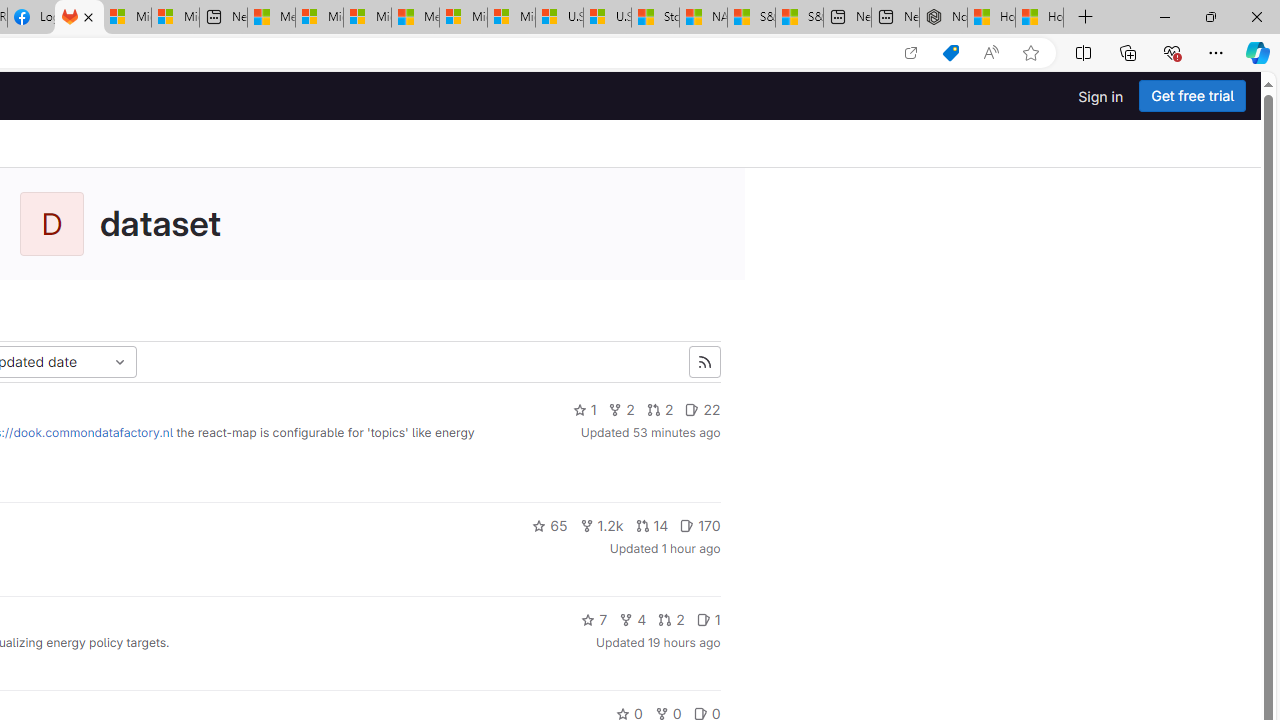  What do you see at coordinates (700, 524) in the screenshot?
I see `'170'` at bounding box center [700, 524].